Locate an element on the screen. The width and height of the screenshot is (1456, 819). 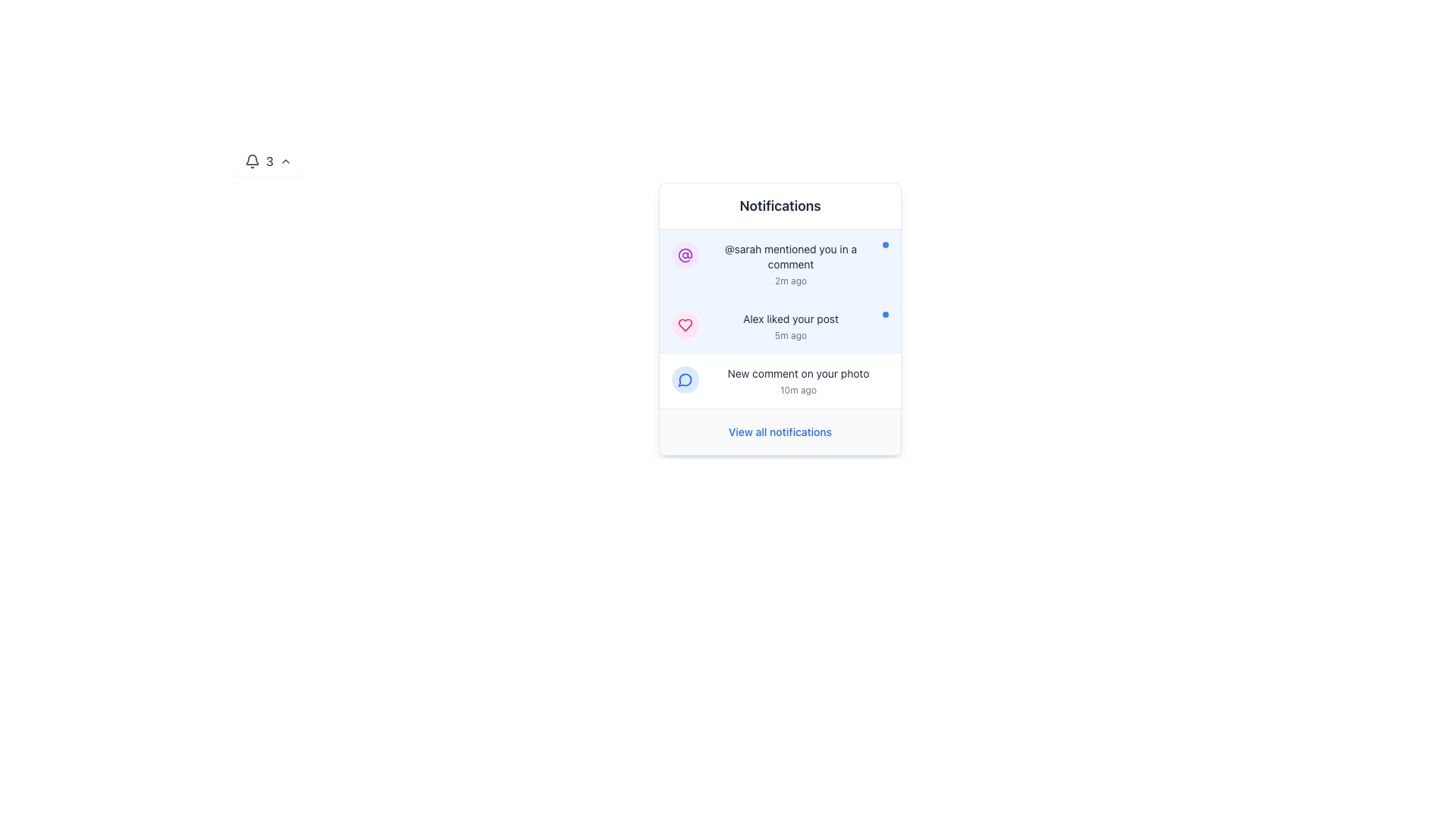
the first notification item in the popup panel, which has a light blue background, a purple '@' icon, and black textual content is located at coordinates (780, 263).